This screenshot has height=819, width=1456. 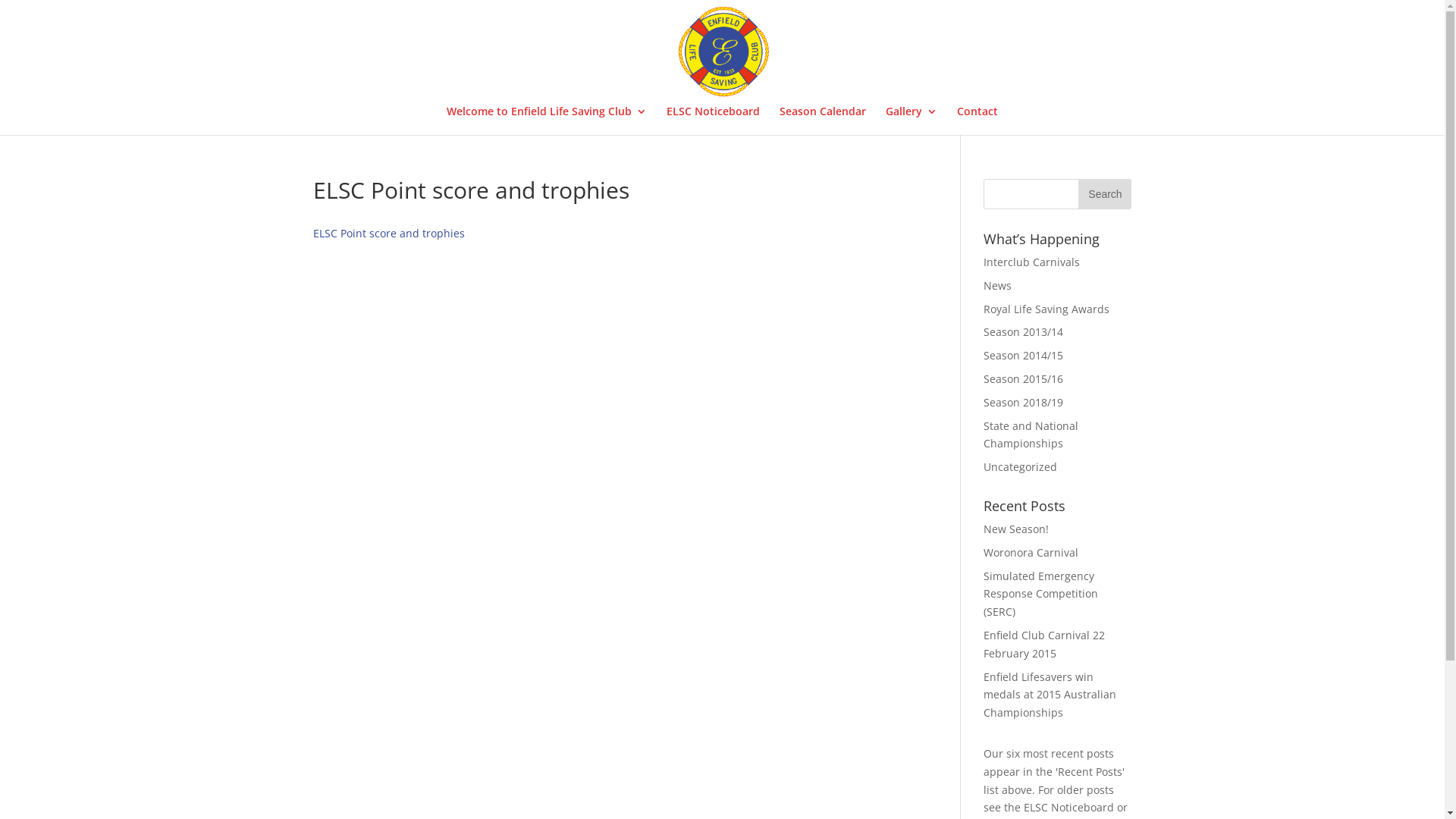 I want to click on 'ELSC Noticeboard', so click(x=712, y=119).